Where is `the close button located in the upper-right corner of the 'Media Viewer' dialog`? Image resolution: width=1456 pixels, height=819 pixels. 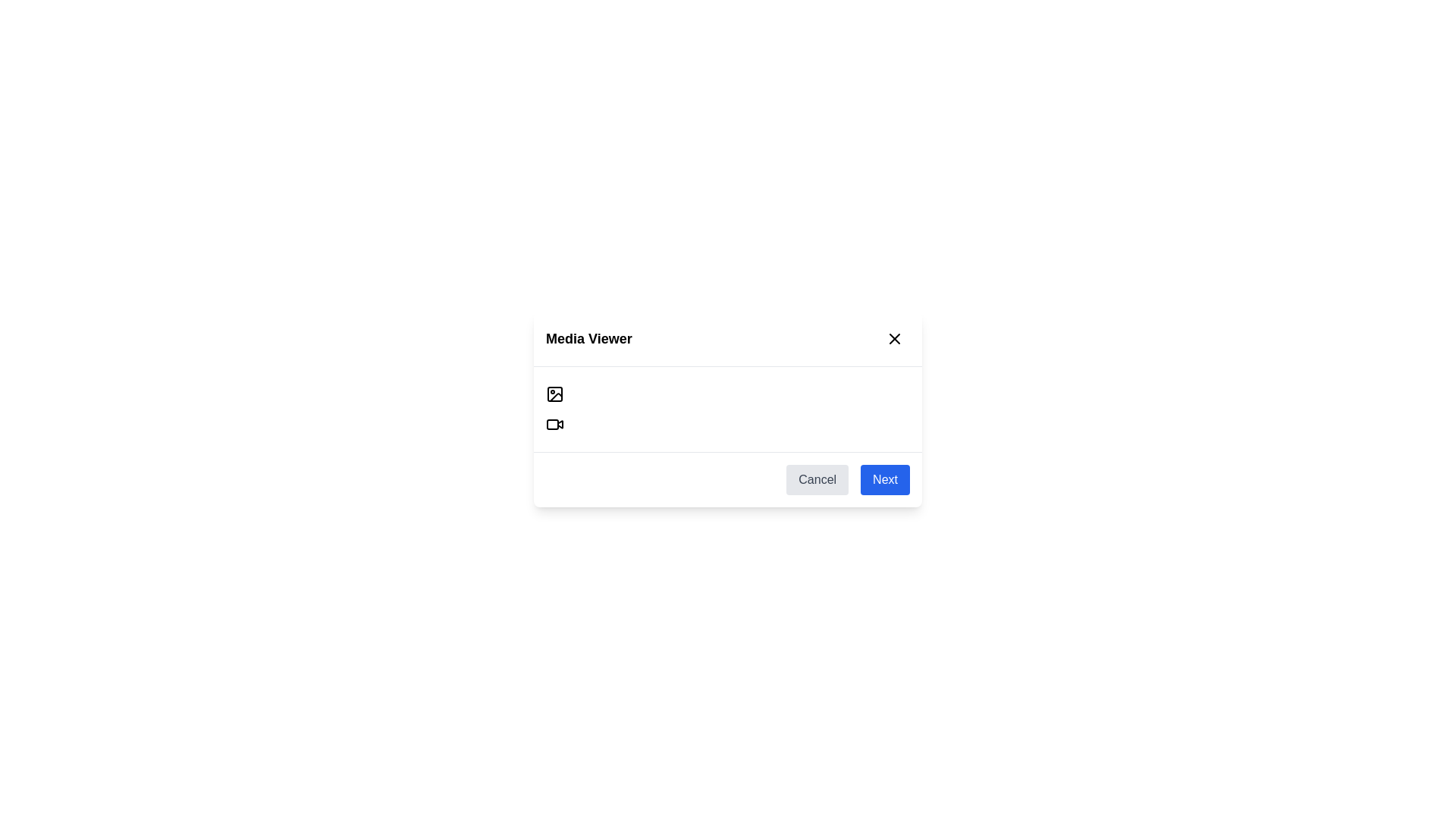 the close button located in the upper-right corner of the 'Media Viewer' dialog is located at coordinates (895, 338).